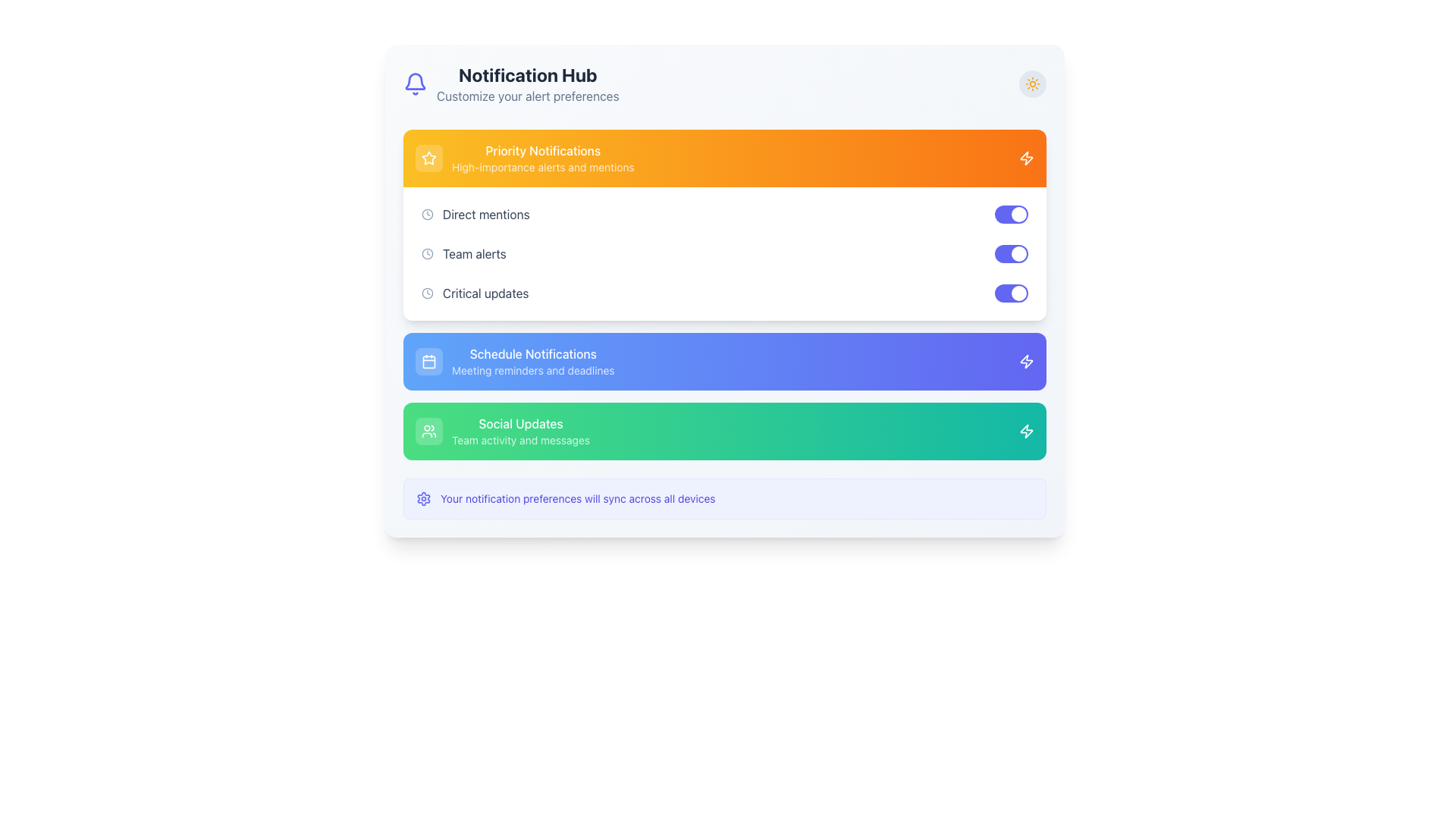  I want to click on text displayed in the 'Schedule Notifications' Text Display element, which shows 'Schedule Notifications' and 'Meeting reminders and deadlines' on a gradient blue background, so click(533, 362).